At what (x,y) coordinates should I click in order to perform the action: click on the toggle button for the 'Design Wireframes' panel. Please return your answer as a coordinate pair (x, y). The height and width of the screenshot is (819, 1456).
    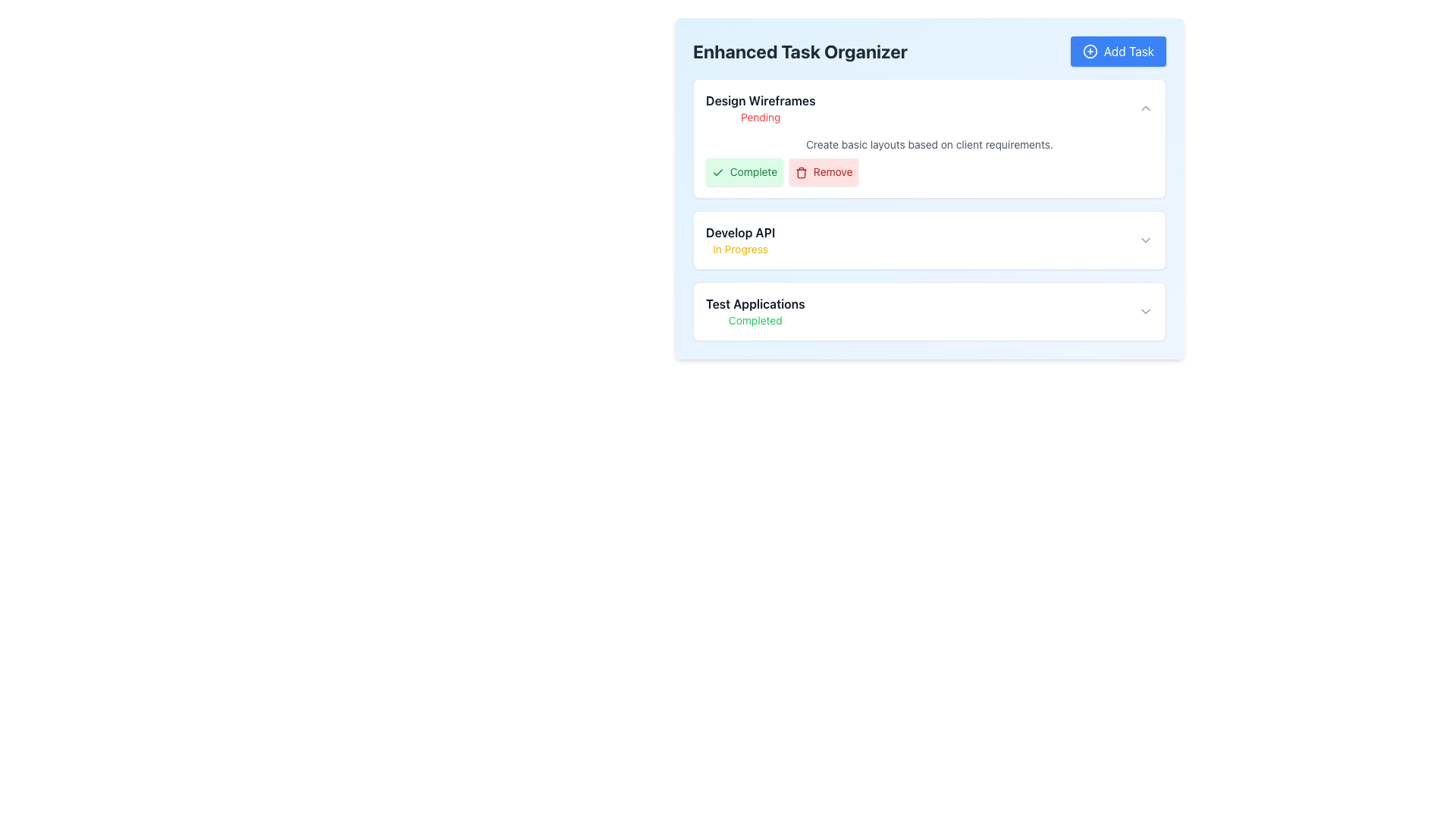
    Looking at the image, I should click on (1146, 107).